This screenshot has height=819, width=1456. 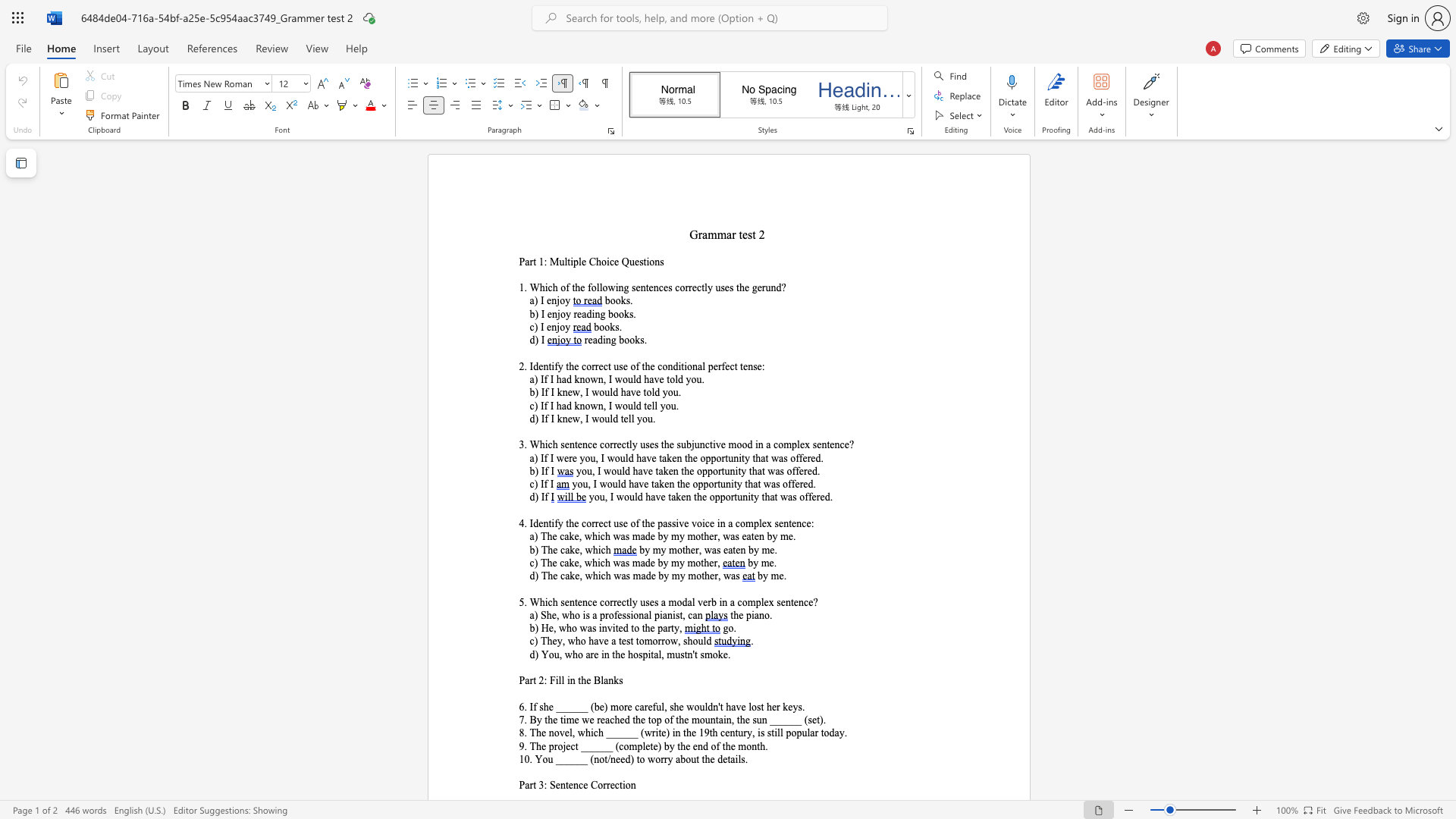 What do you see at coordinates (607, 457) in the screenshot?
I see `the subset text "would have taken the opportunity that" within the text "a) If I were you, I would have taken the opportunity that was offered."` at bounding box center [607, 457].